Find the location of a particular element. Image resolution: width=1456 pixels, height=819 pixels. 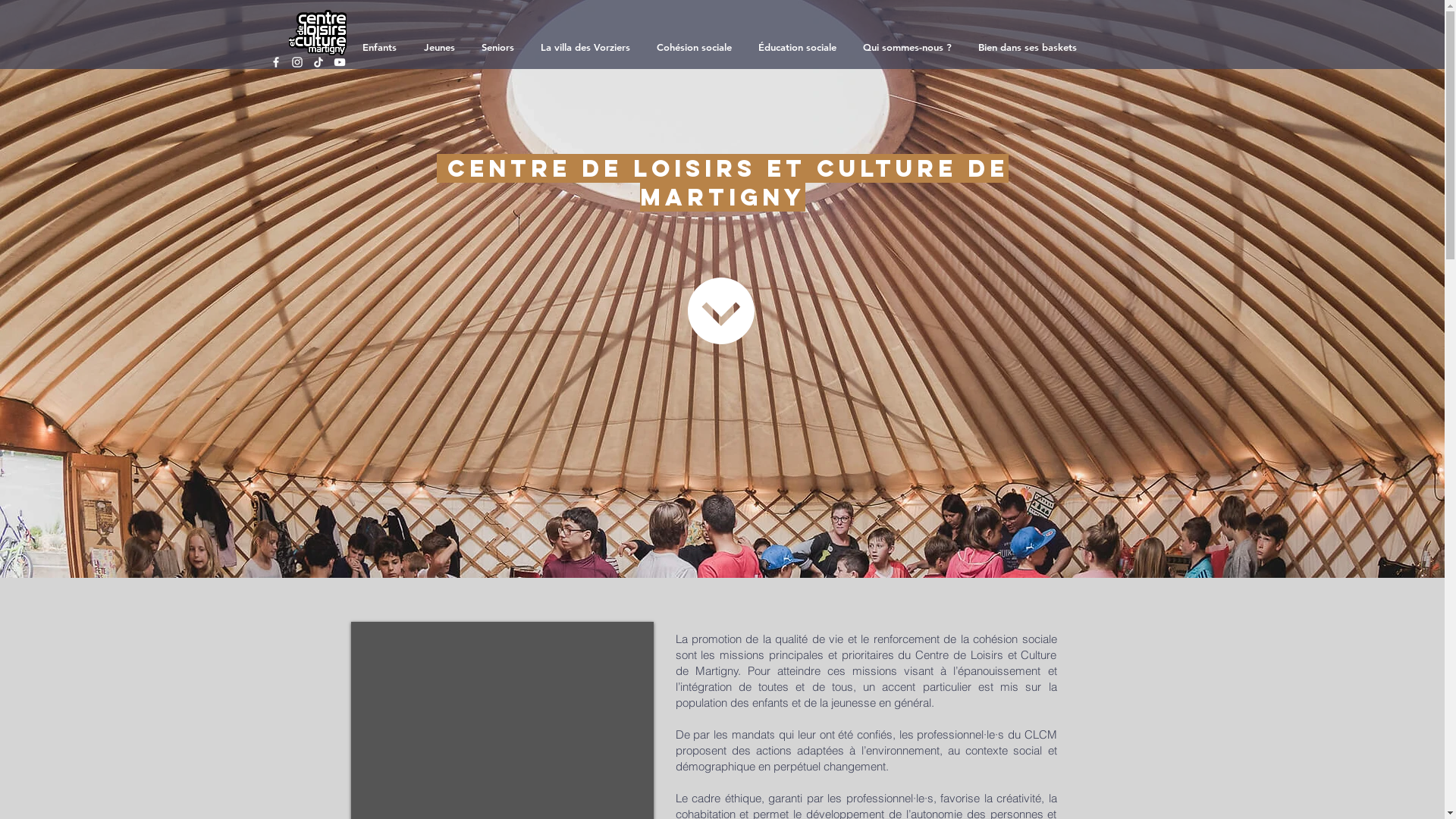

'Bien dans ses baskets' is located at coordinates (1029, 45).